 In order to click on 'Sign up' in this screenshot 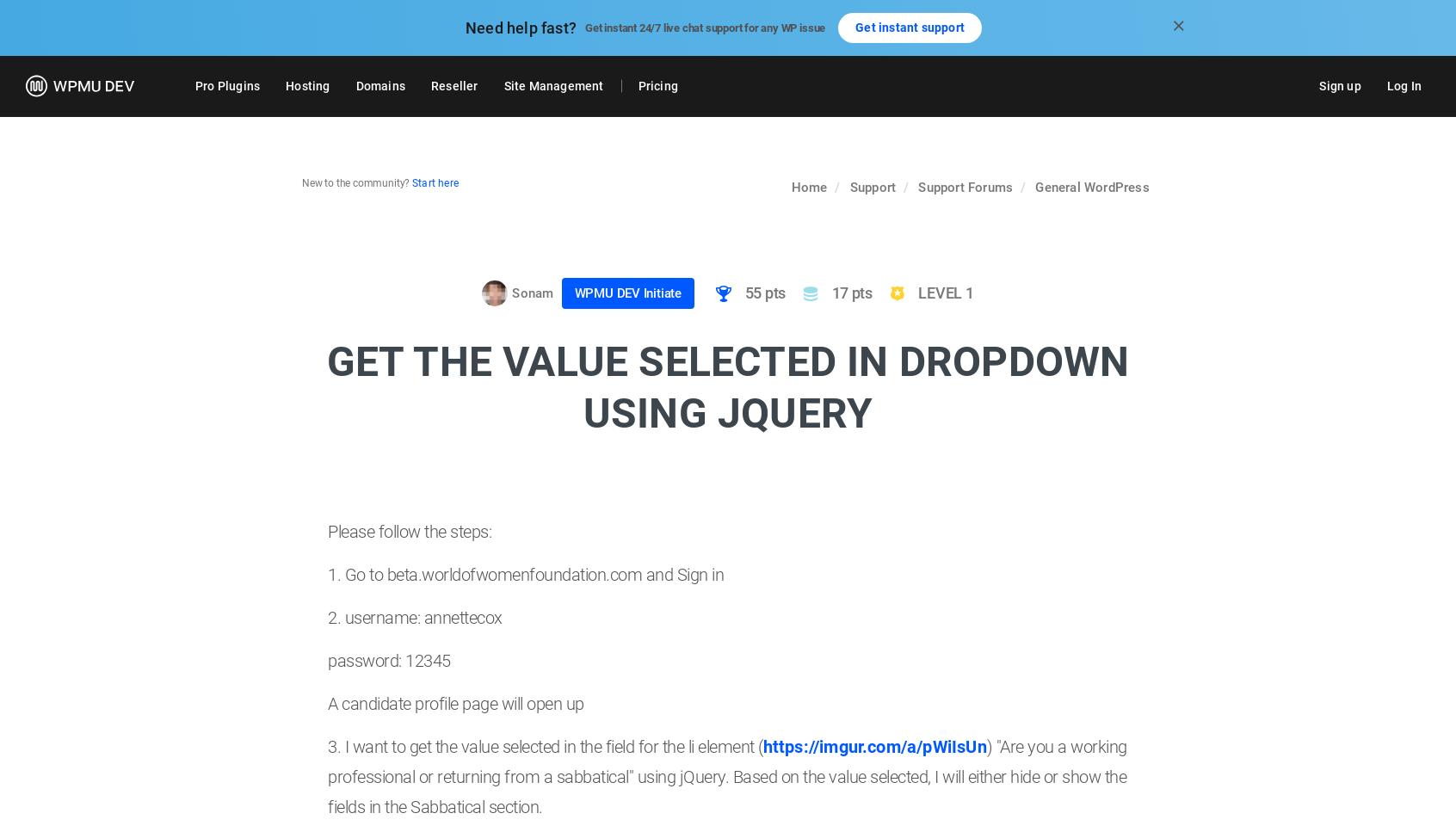, I will do `click(1338, 85)`.